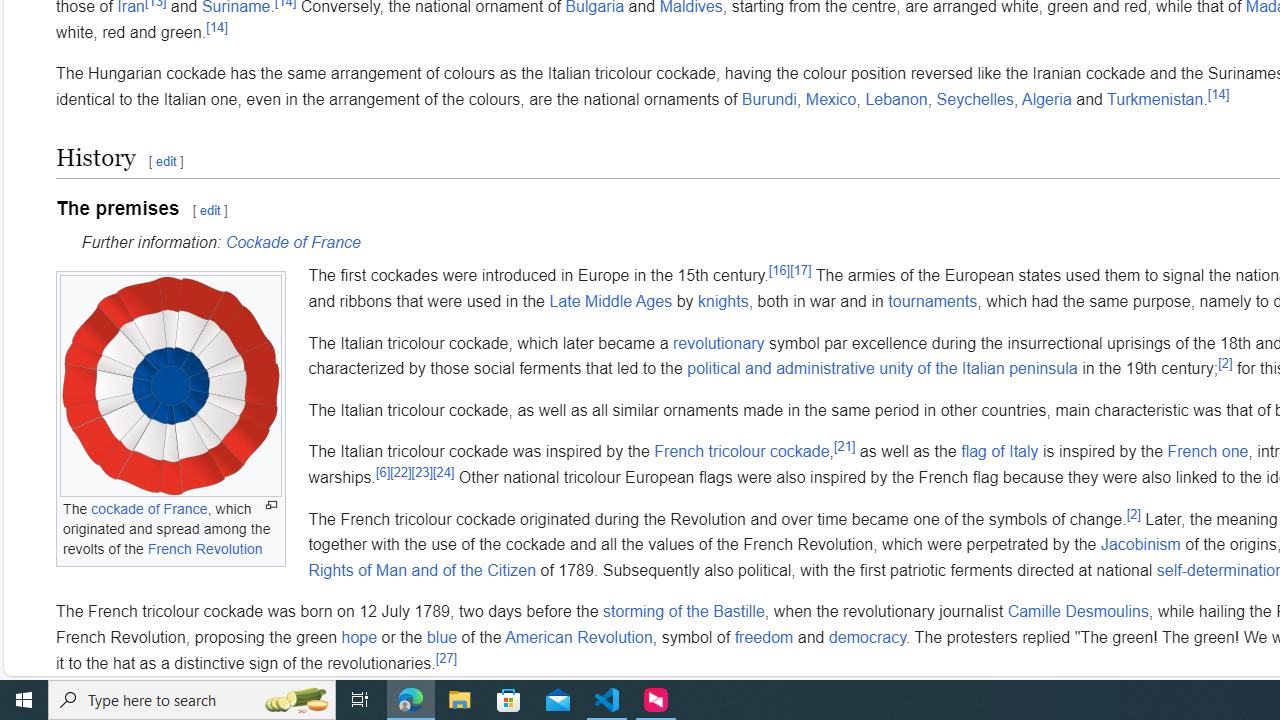 The width and height of the screenshot is (1280, 720). I want to click on 'Class: mw-file-element', so click(170, 386).